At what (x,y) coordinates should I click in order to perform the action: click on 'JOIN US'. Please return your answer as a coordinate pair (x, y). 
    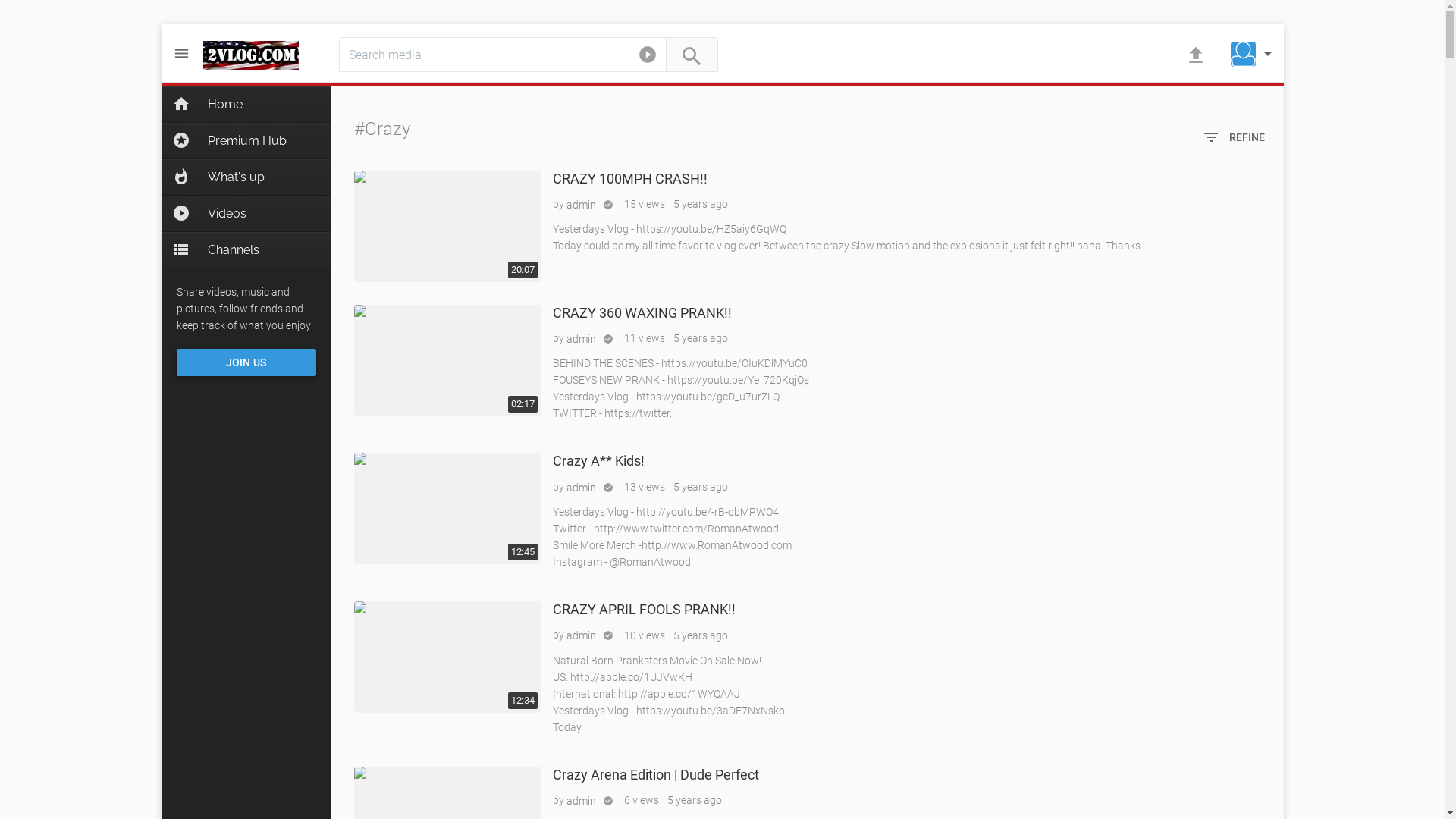
    Looking at the image, I should click on (246, 362).